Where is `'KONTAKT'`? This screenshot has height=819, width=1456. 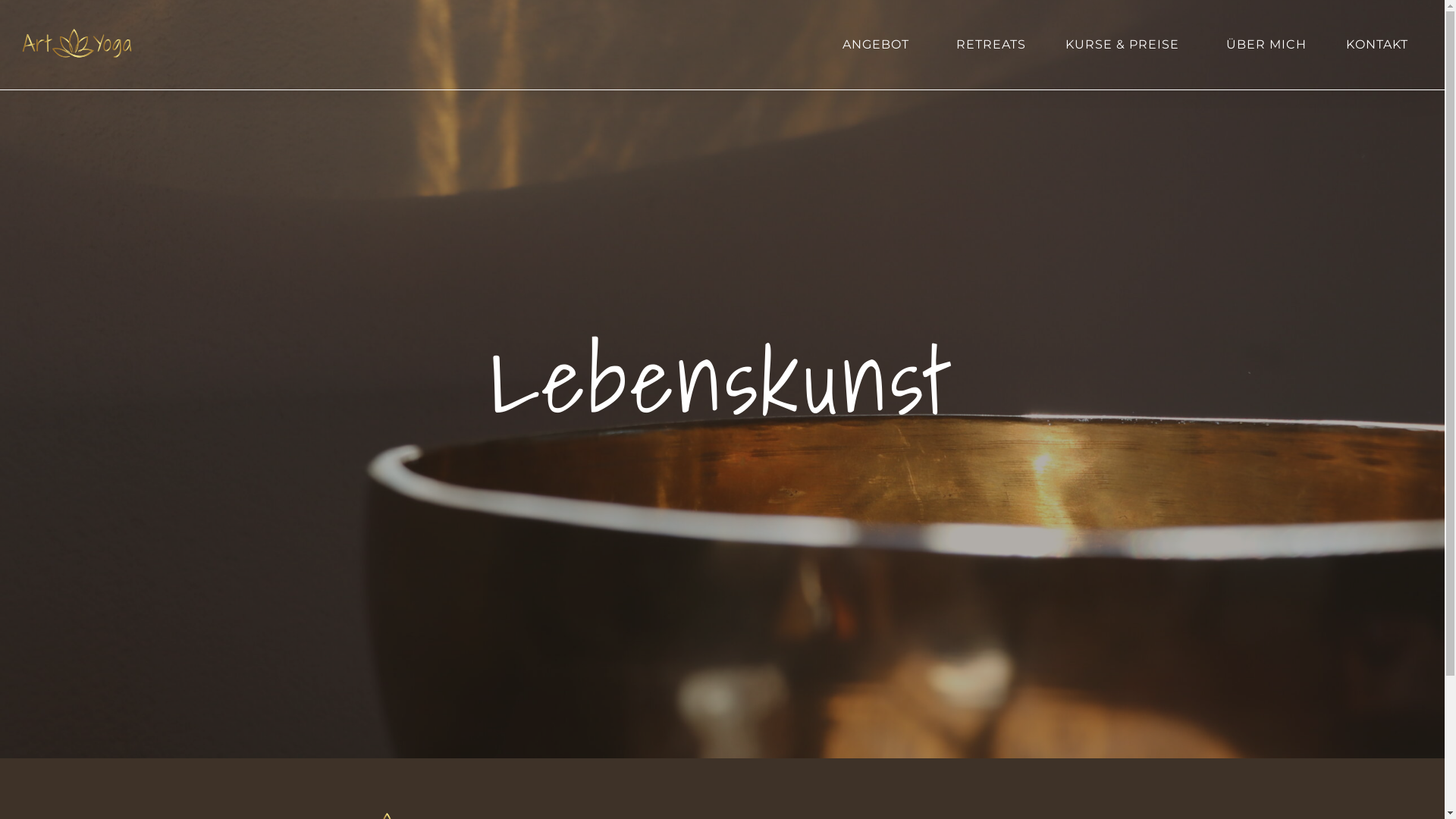 'KONTAKT' is located at coordinates (1376, 43).